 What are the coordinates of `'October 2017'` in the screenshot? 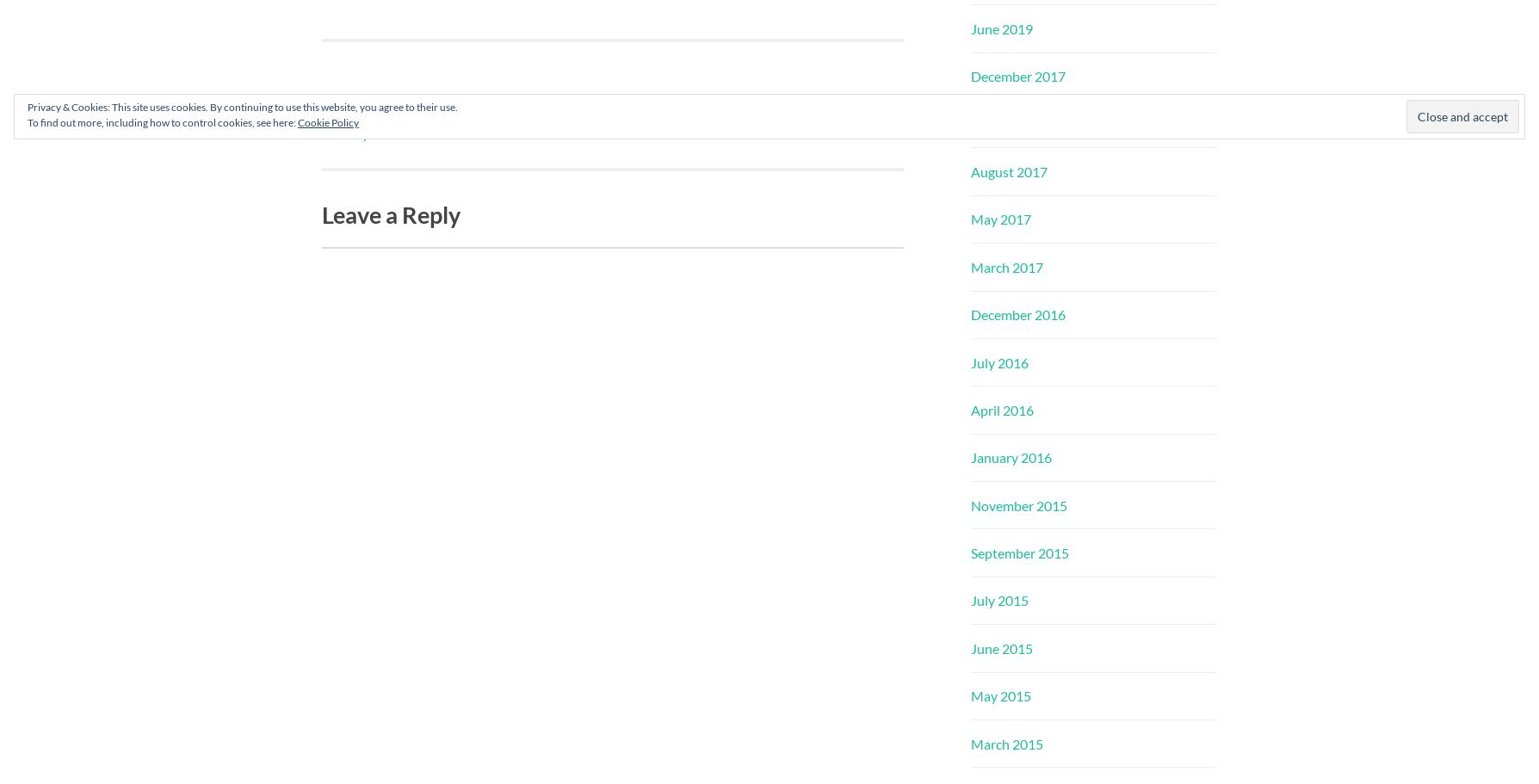 It's located at (970, 123).